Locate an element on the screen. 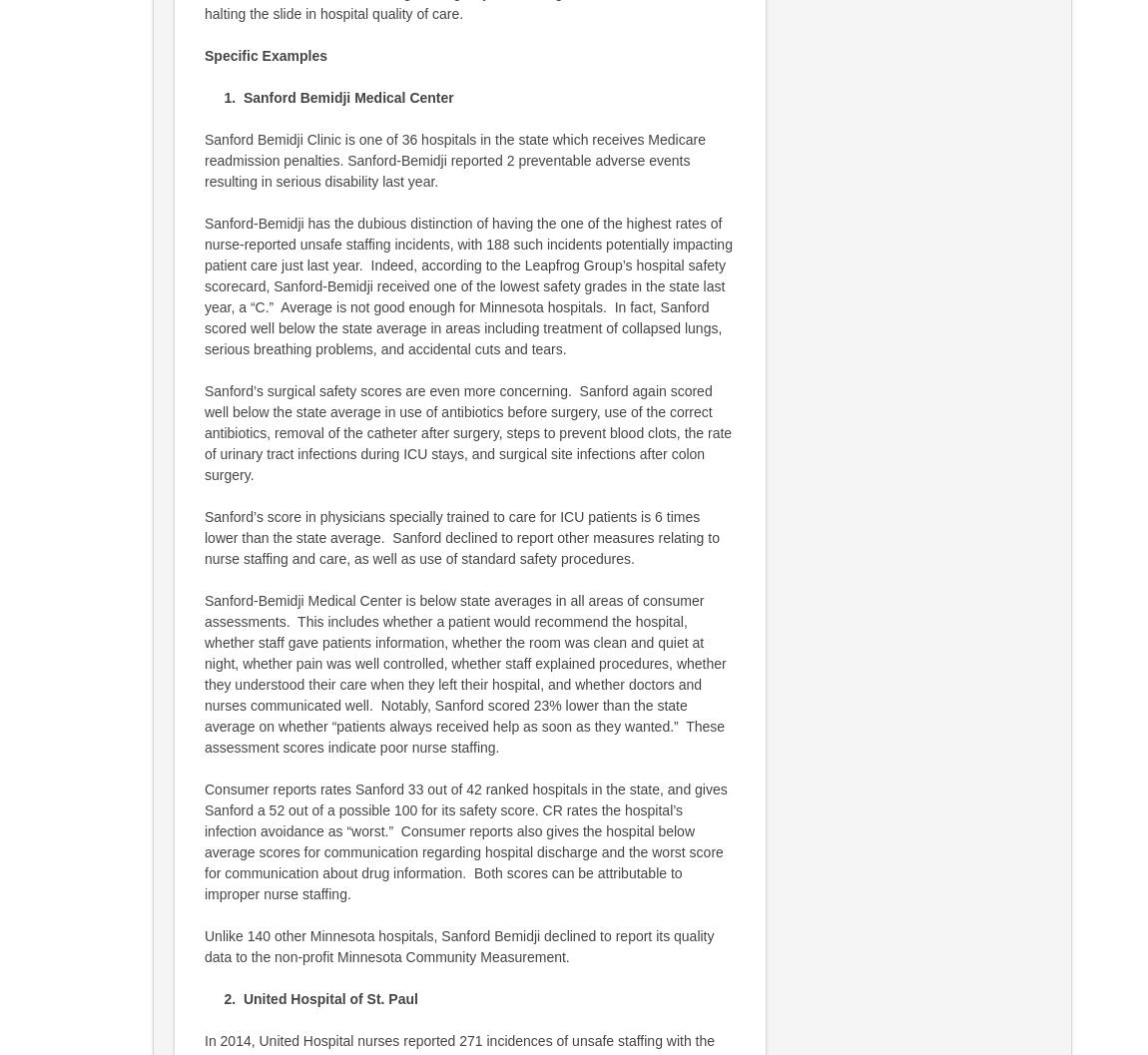 The image size is (1148, 1055). 'Sanford’s score in physicians specially trained to care for ICU patients is 6 times lower than the state average.  Sanford declined to report other measures relating to nurse staffing and care, as well as use of standard safety procedures.' is located at coordinates (461, 536).